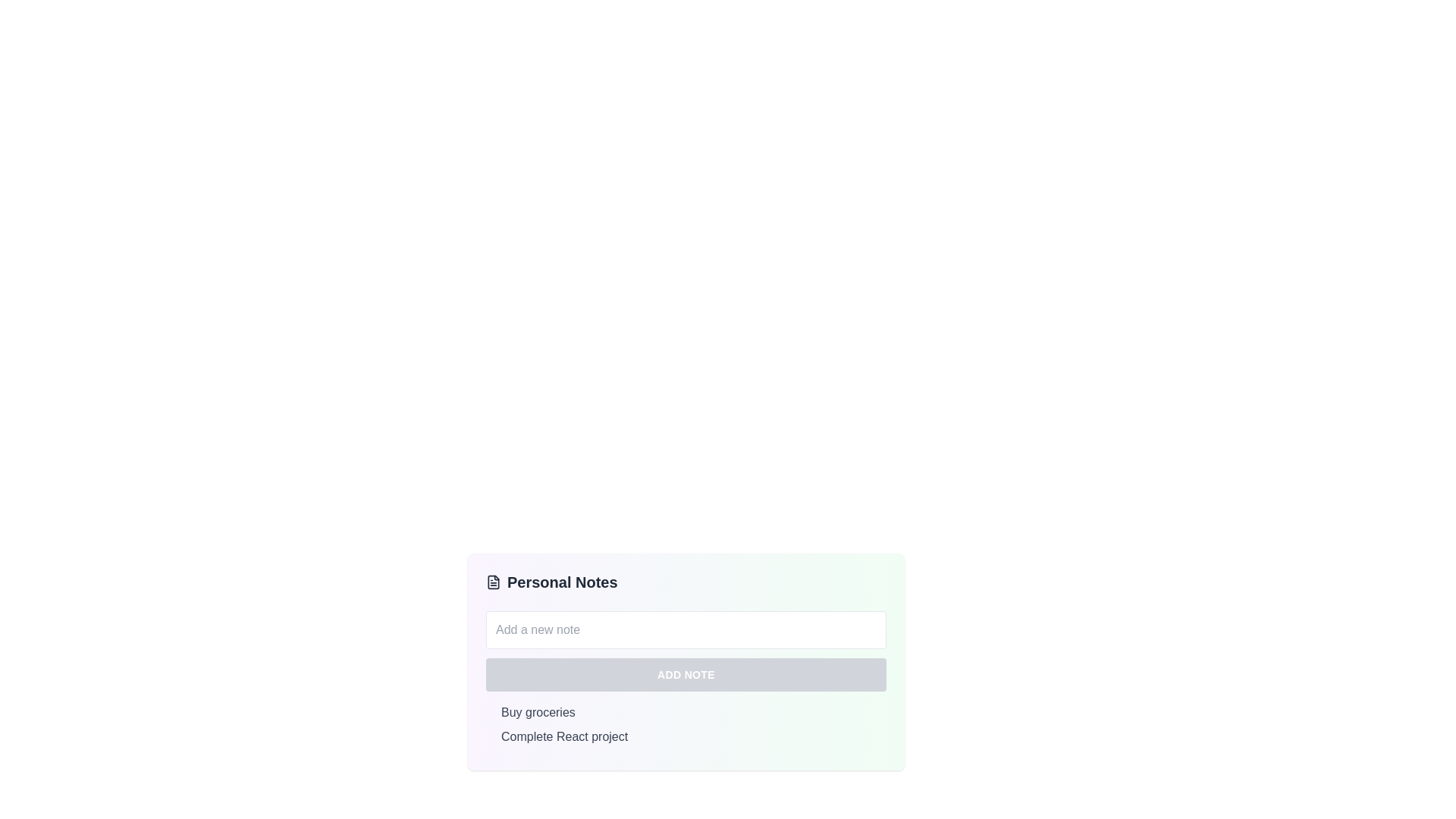  Describe the element at coordinates (686, 661) in the screenshot. I see `the 'Add Note' button in the note-taking widget` at that location.